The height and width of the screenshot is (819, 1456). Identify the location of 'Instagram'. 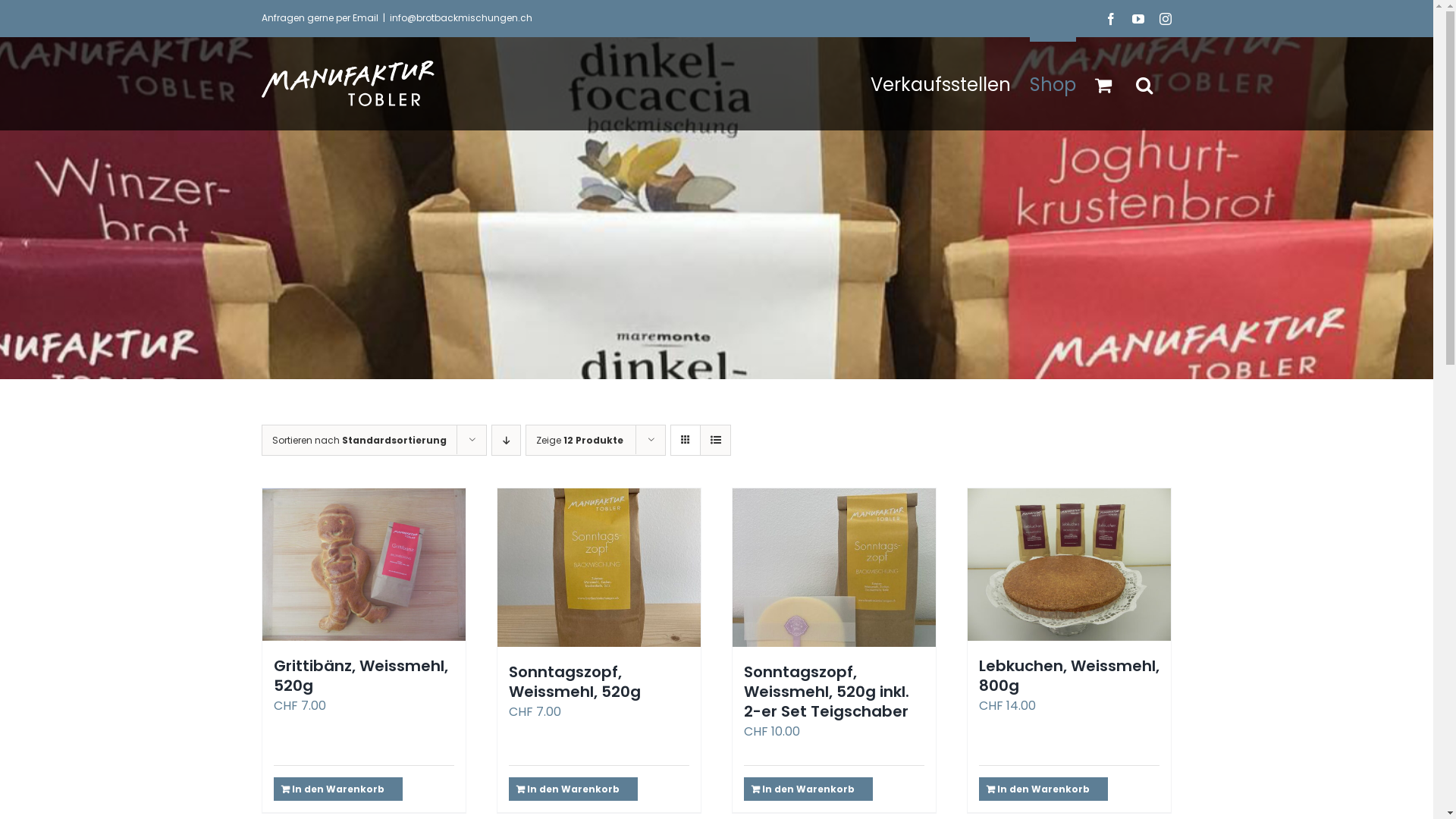
(1164, 17).